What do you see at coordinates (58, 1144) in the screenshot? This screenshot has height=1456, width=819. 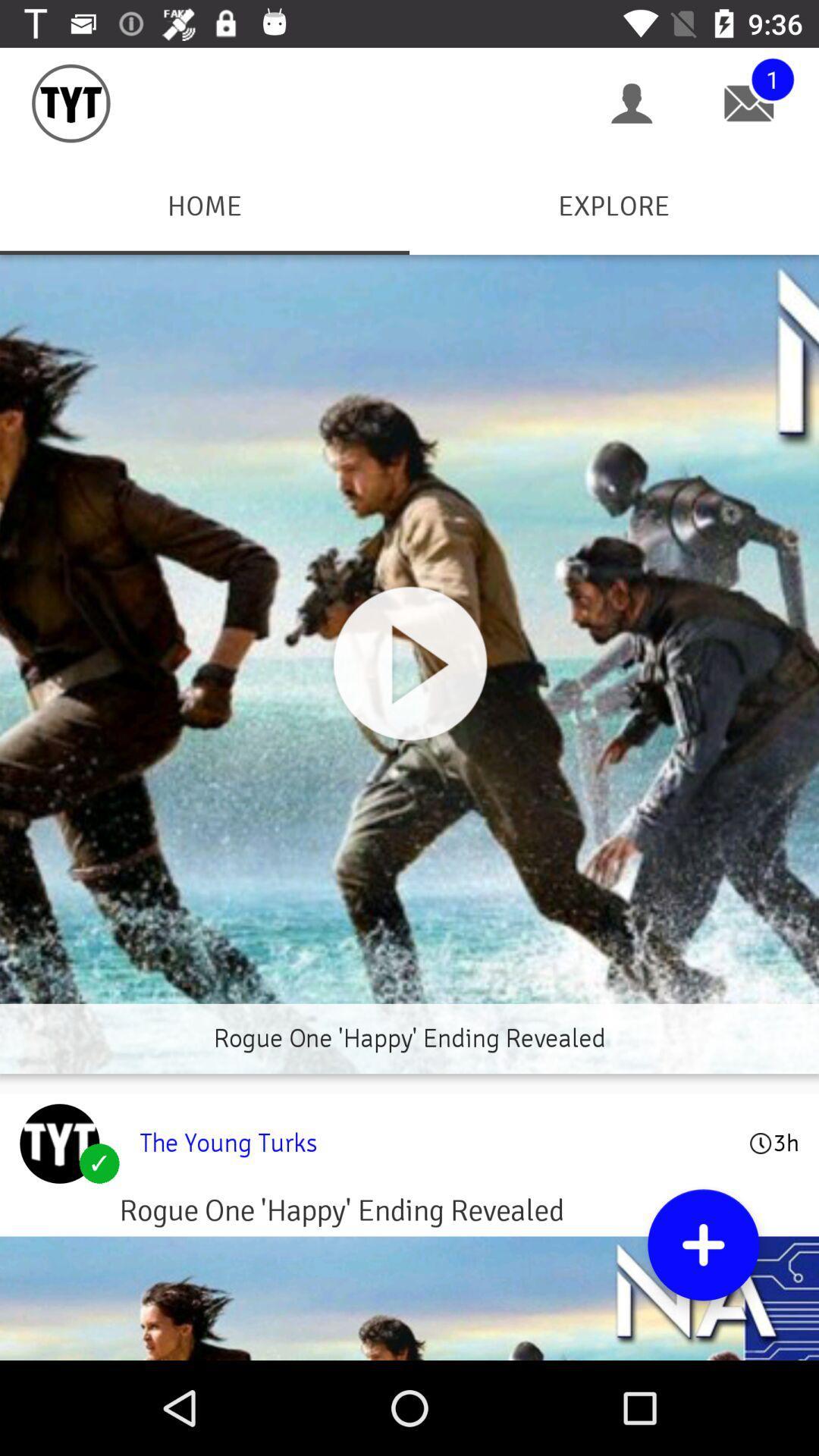 I see `icon to the left of rogue one happy icon` at bounding box center [58, 1144].